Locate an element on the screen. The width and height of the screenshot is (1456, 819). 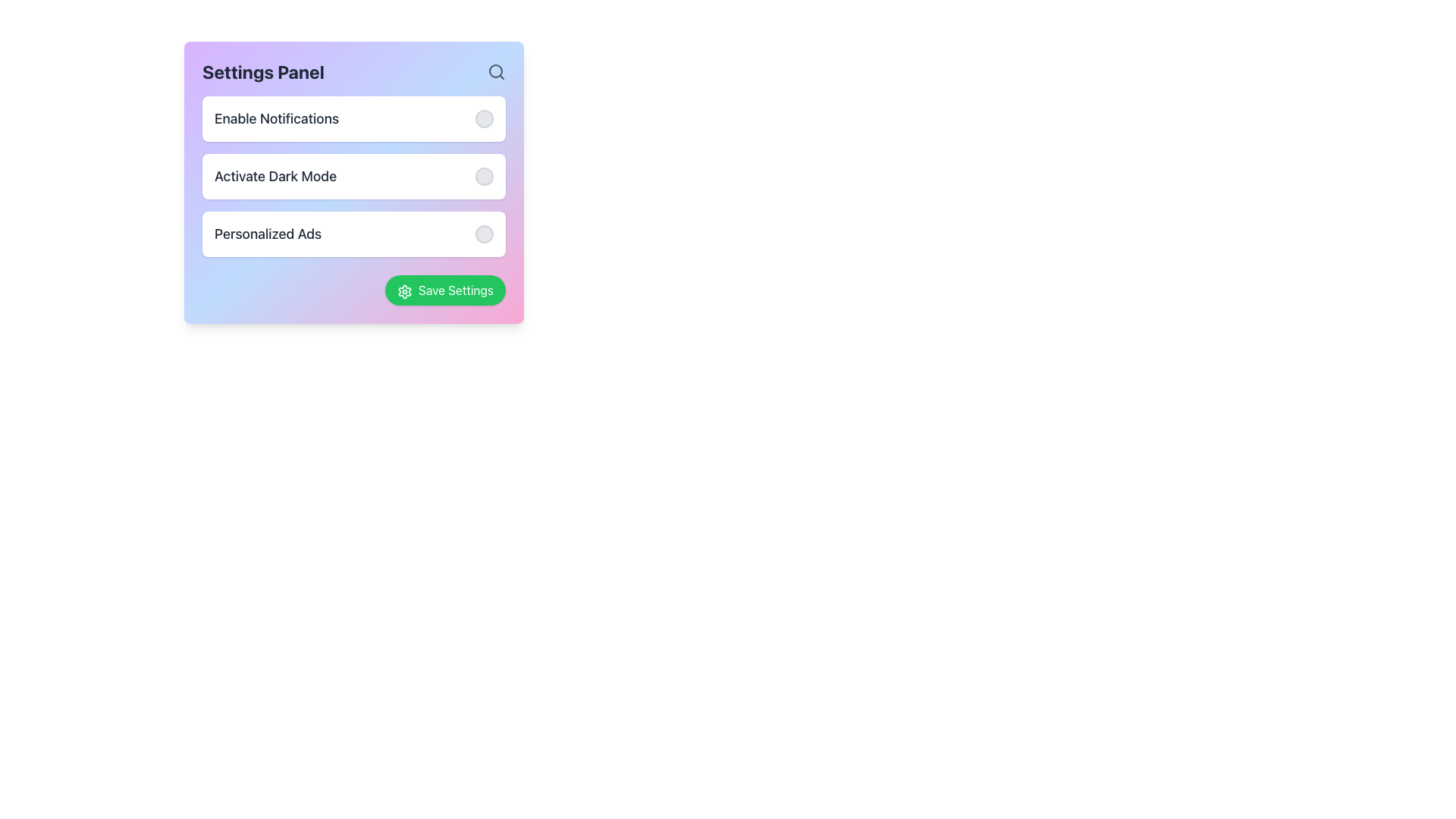
the toggle switch in the settings panel is located at coordinates (353, 118).